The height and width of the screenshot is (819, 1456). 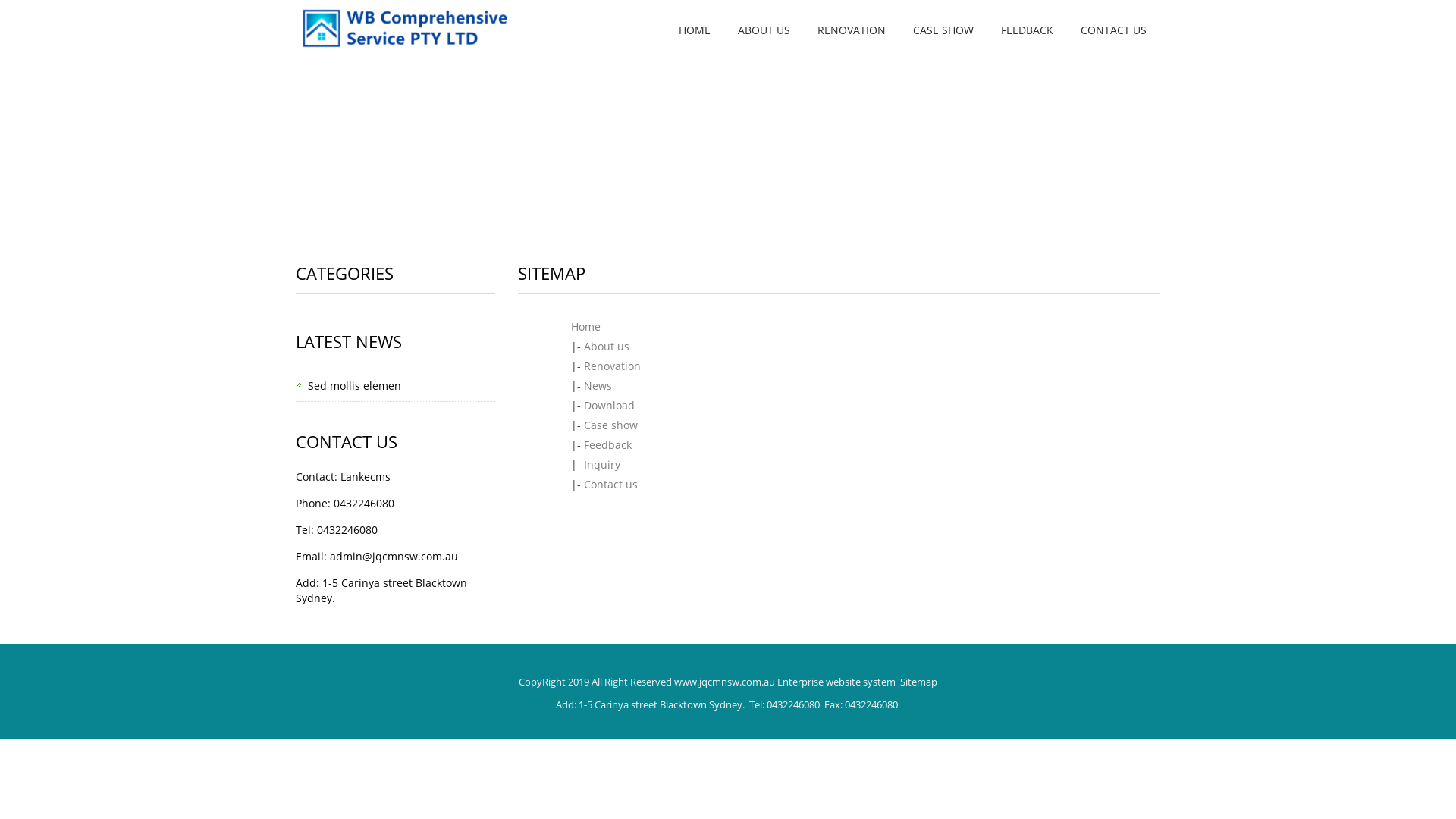 What do you see at coordinates (852, 30) in the screenshot?
I see `'RENOVATION'` at bounding box center [852, 30].